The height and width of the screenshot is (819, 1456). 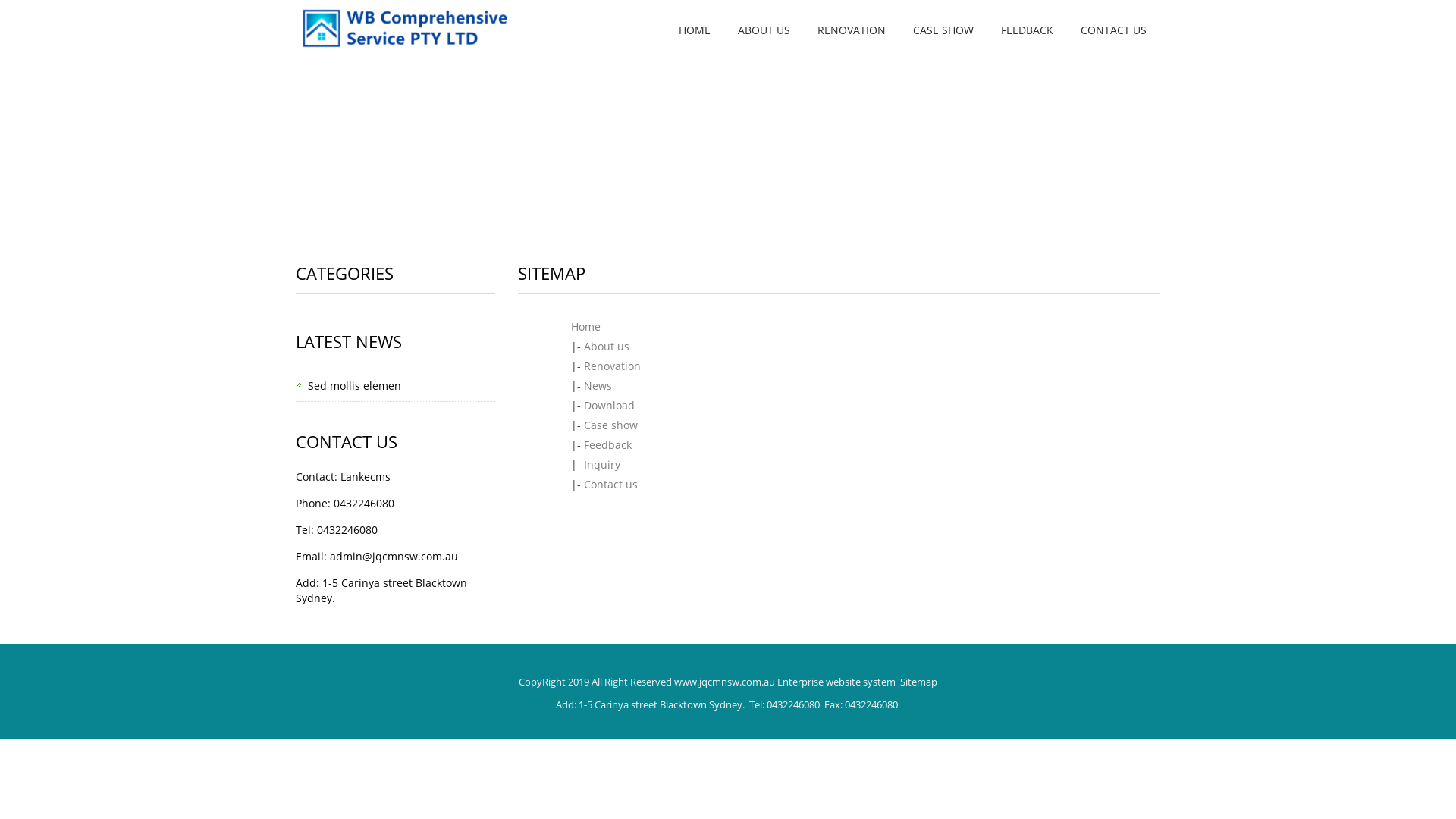 What do you see at coordinates (852, 30) in the screenshot?
I see `'RENOVATION'` at bounding box center [852, 30].